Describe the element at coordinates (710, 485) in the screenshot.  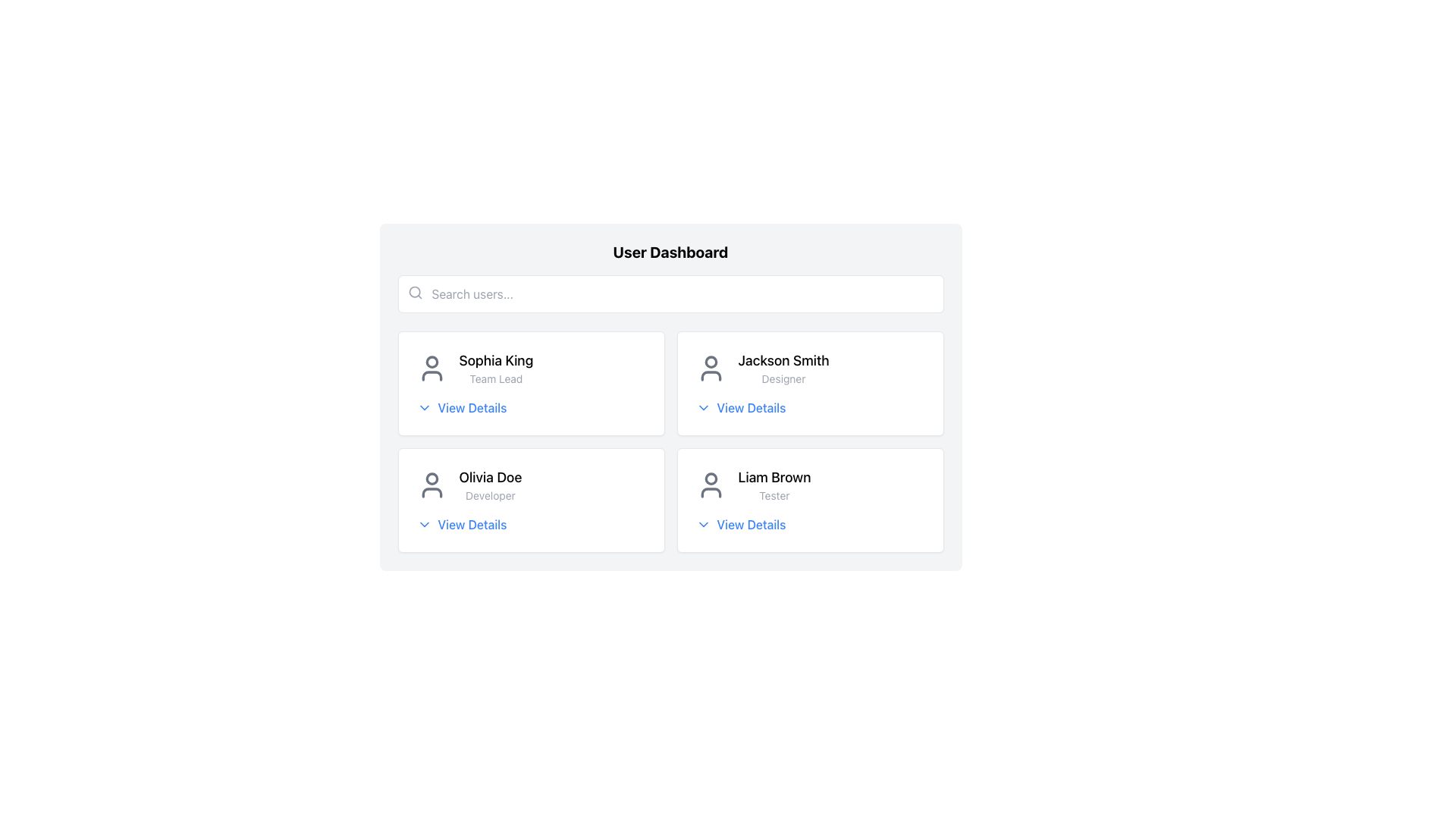
I see `the profile icon representing 'Liam Brown' located in the upper left corner of the 'Liam Brown Tester' card on the dashboard` at that location.